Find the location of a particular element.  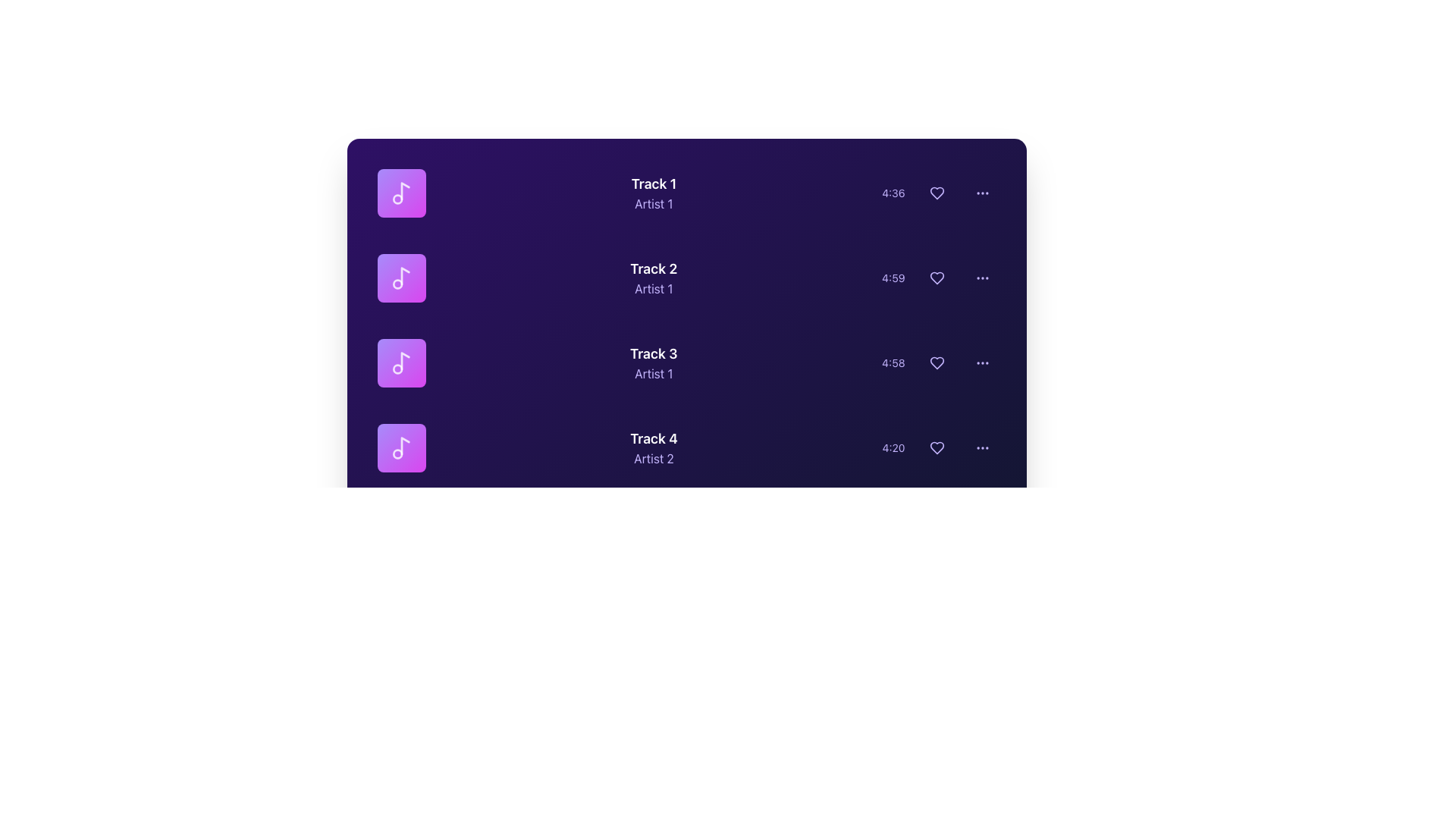

the main title of the first track in the list, which serves as an identifier for the track and is located in the upper-left section of the interface is located at coordinates (654, 184).